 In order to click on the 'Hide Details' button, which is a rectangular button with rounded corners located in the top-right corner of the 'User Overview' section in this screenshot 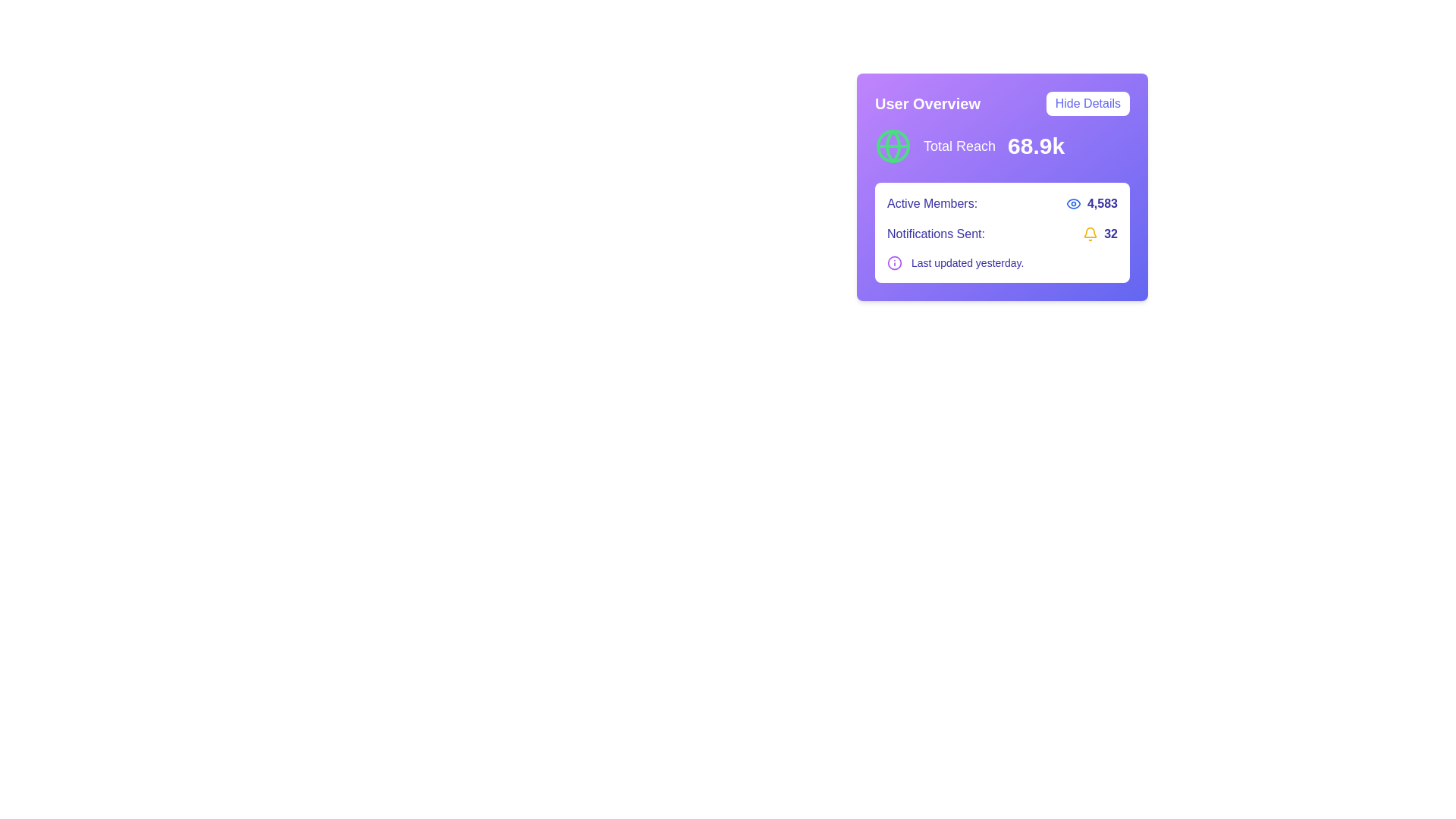, I will do `click(1087, 103)`.